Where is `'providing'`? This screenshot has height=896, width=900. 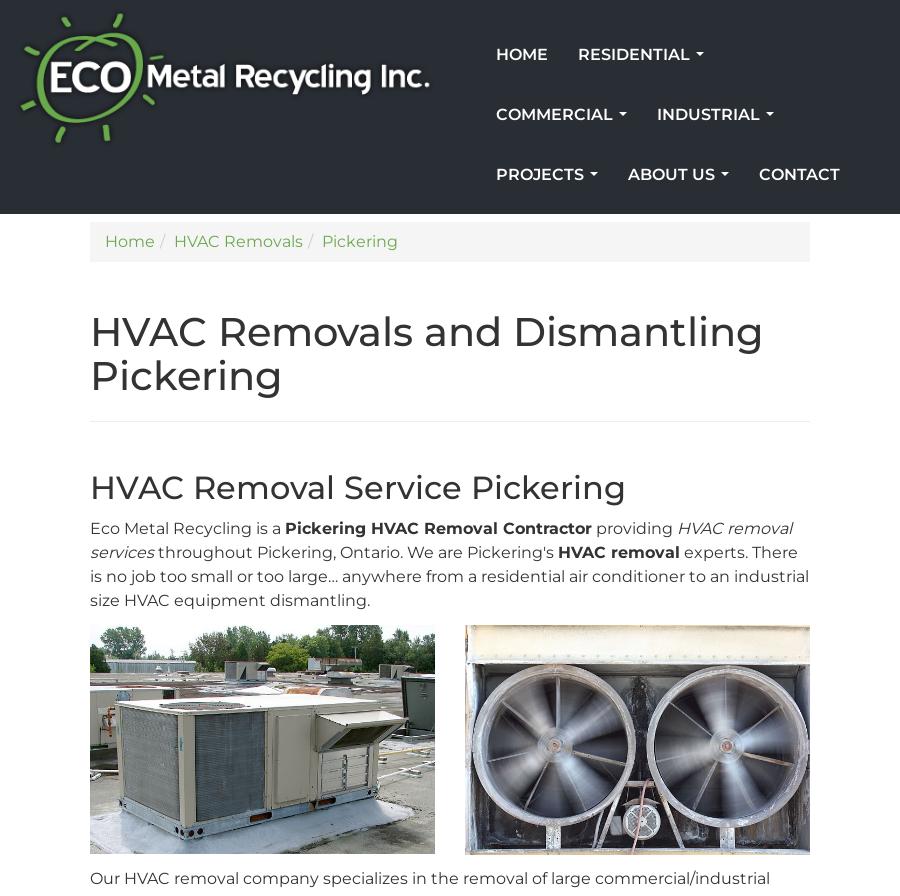
'providing' is located at coordinates (634, 528).